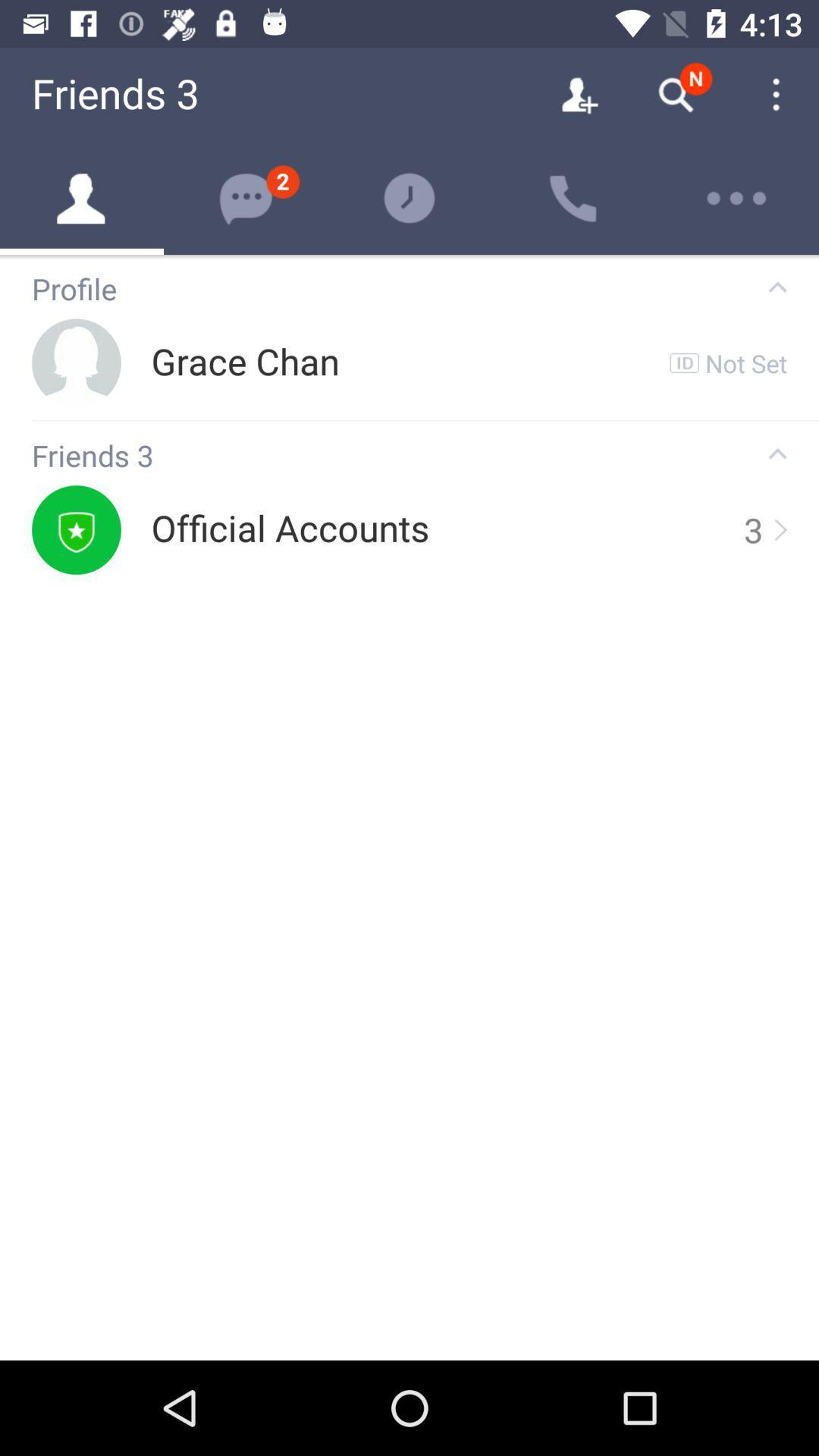 Image resolution: width=819 pixels, height=1456 pixels. I want to click on the arrow which is above the number 3, so click(777, 453).